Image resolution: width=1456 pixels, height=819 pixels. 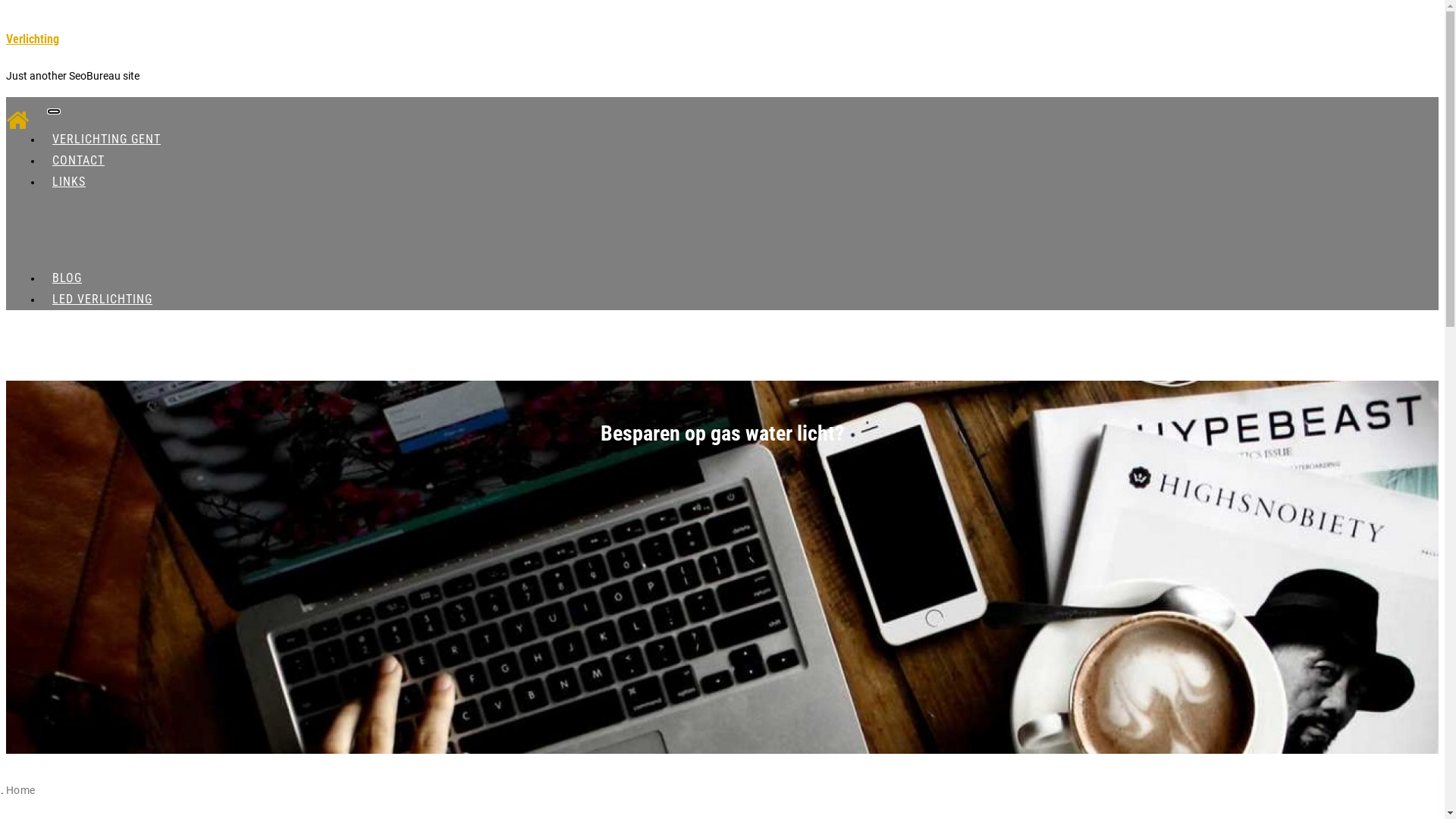 I want to click on 'BLOG', so click(x=66, y=278).